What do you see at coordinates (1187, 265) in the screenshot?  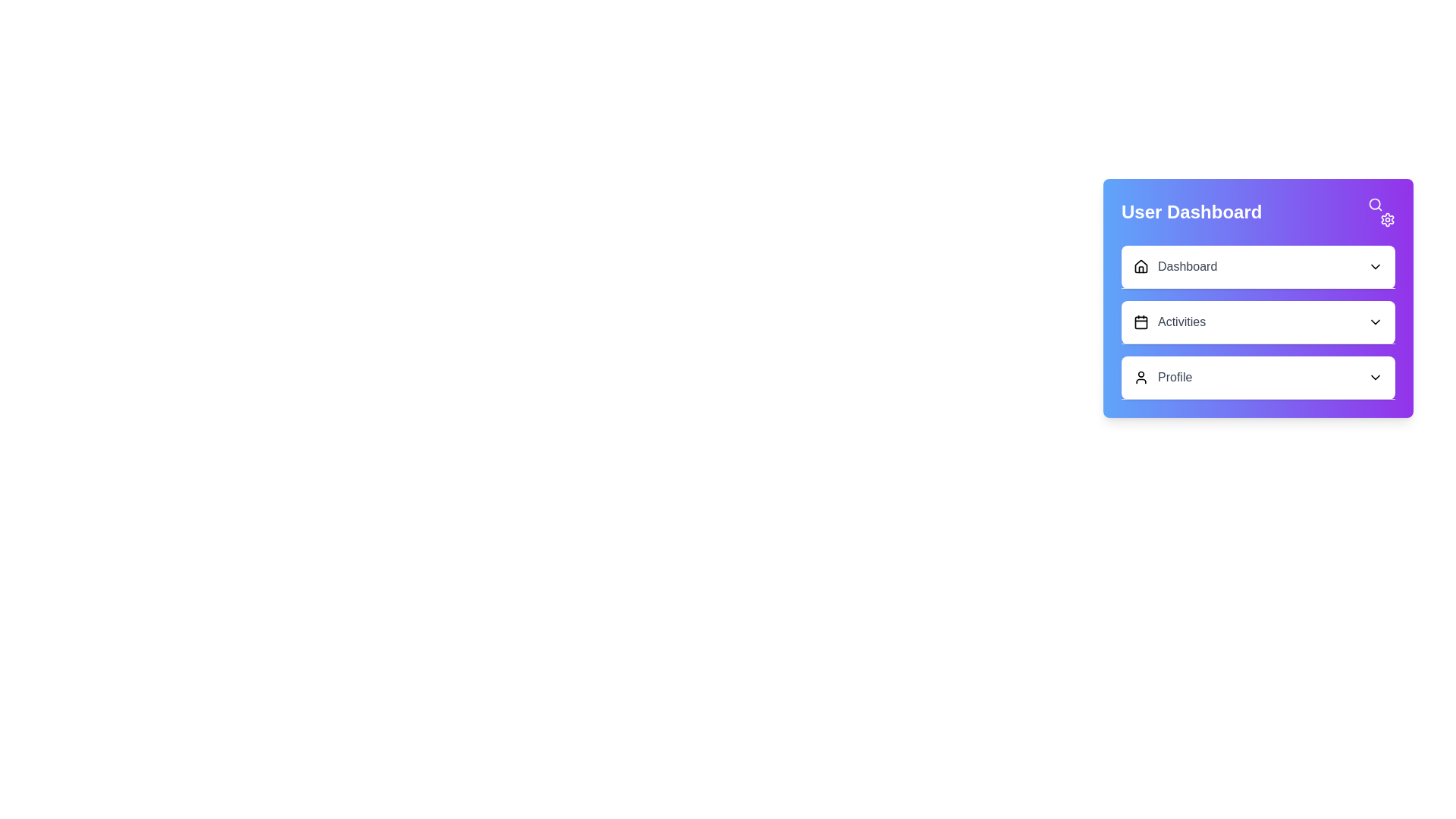 I see `text label indicating the function of navigating to the dashboard section of the application, located to the right of the house icon in the first navigation option under 'User Dashboard'` at bounding box center [1187, 265].